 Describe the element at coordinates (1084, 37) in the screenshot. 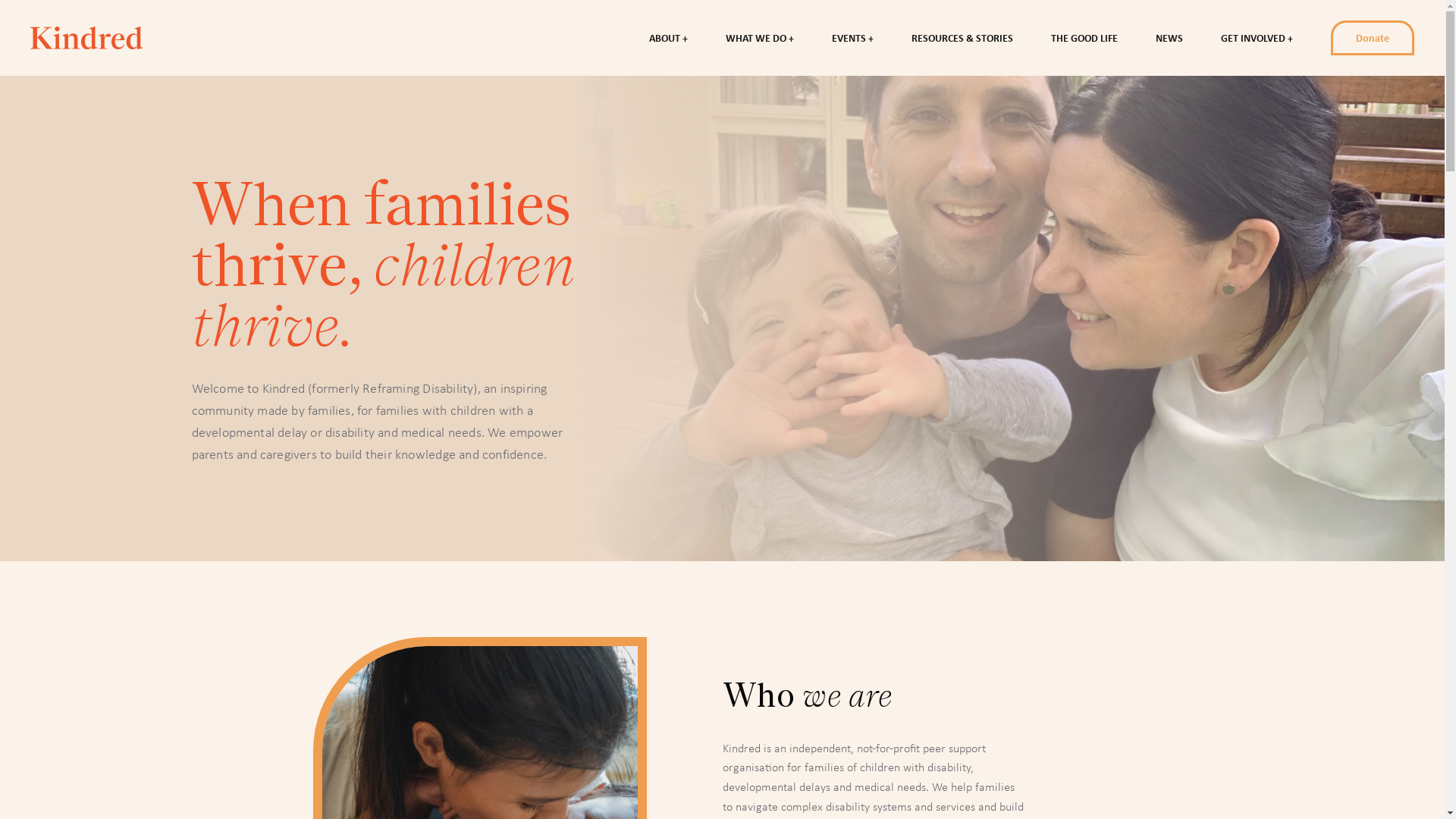

I see `'THE GOOD LIFE'` at that location.